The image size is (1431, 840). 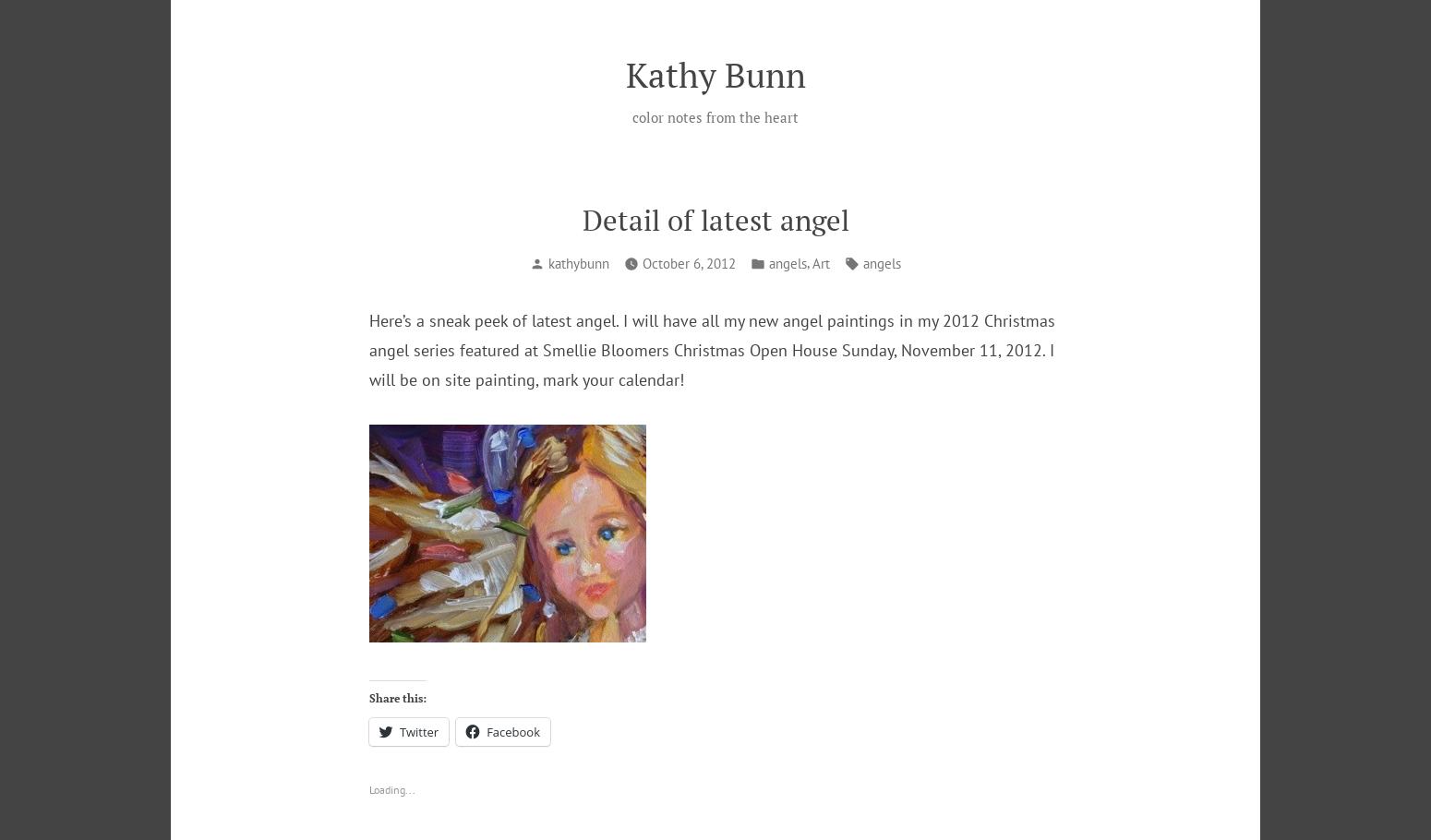 I want to click on 'Kathy Bunn', so click(x=715, y=73).